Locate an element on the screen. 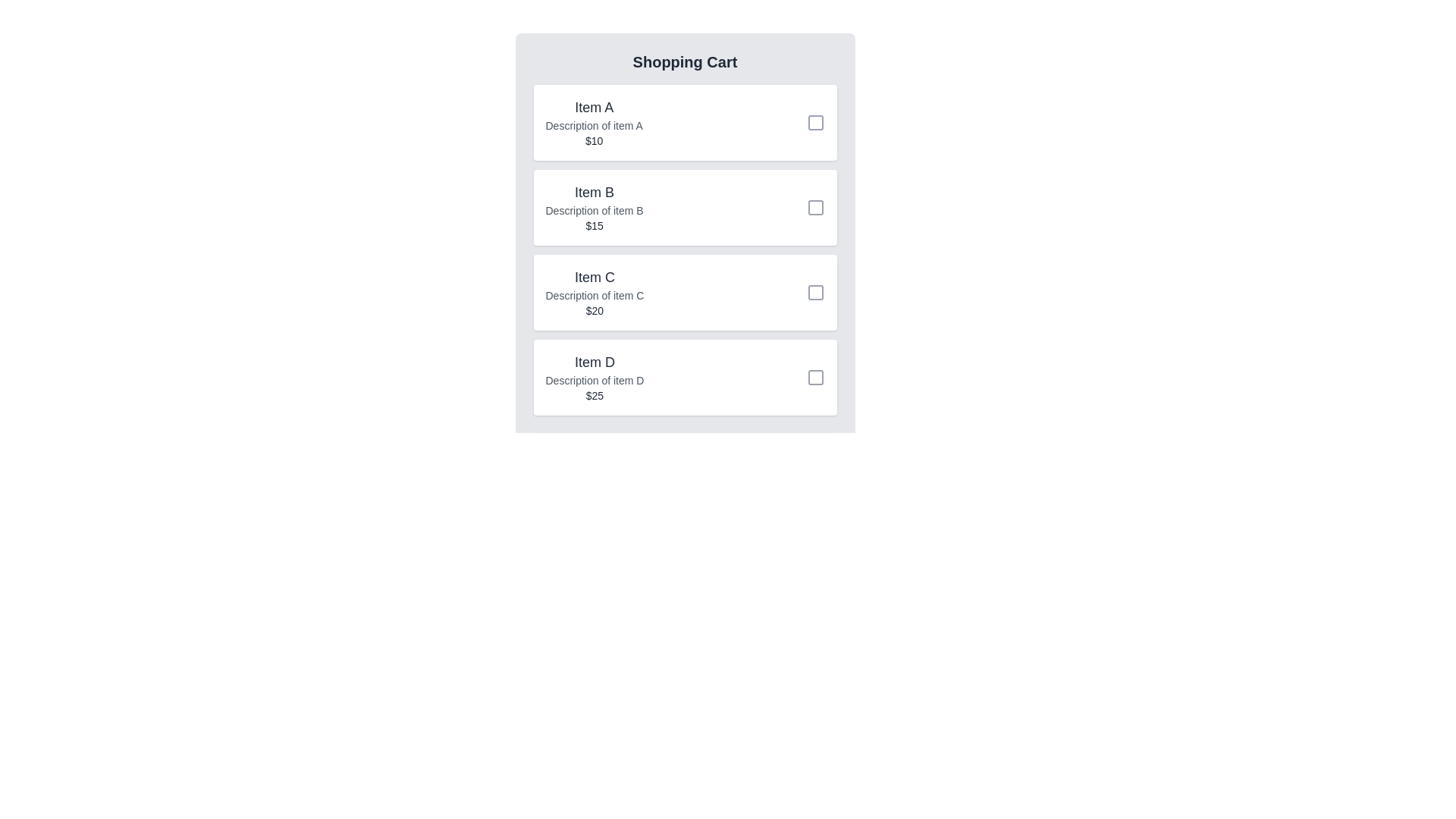 The height and width of the screenshot is (819, 1456). the composite informational display for 'Item B' is located at coordinates (594, 207).